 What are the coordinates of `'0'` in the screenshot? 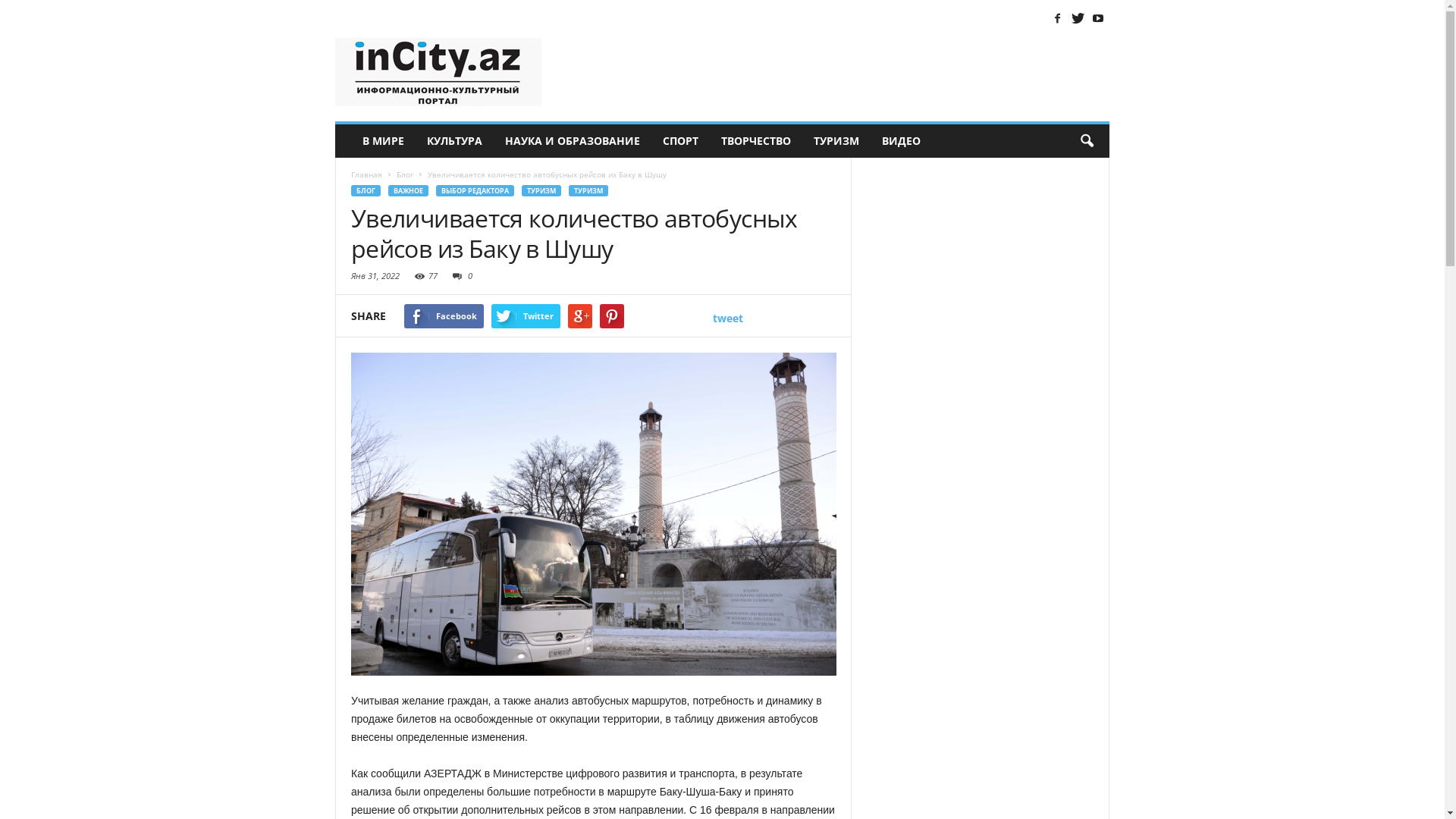 It's located at (458, 275).